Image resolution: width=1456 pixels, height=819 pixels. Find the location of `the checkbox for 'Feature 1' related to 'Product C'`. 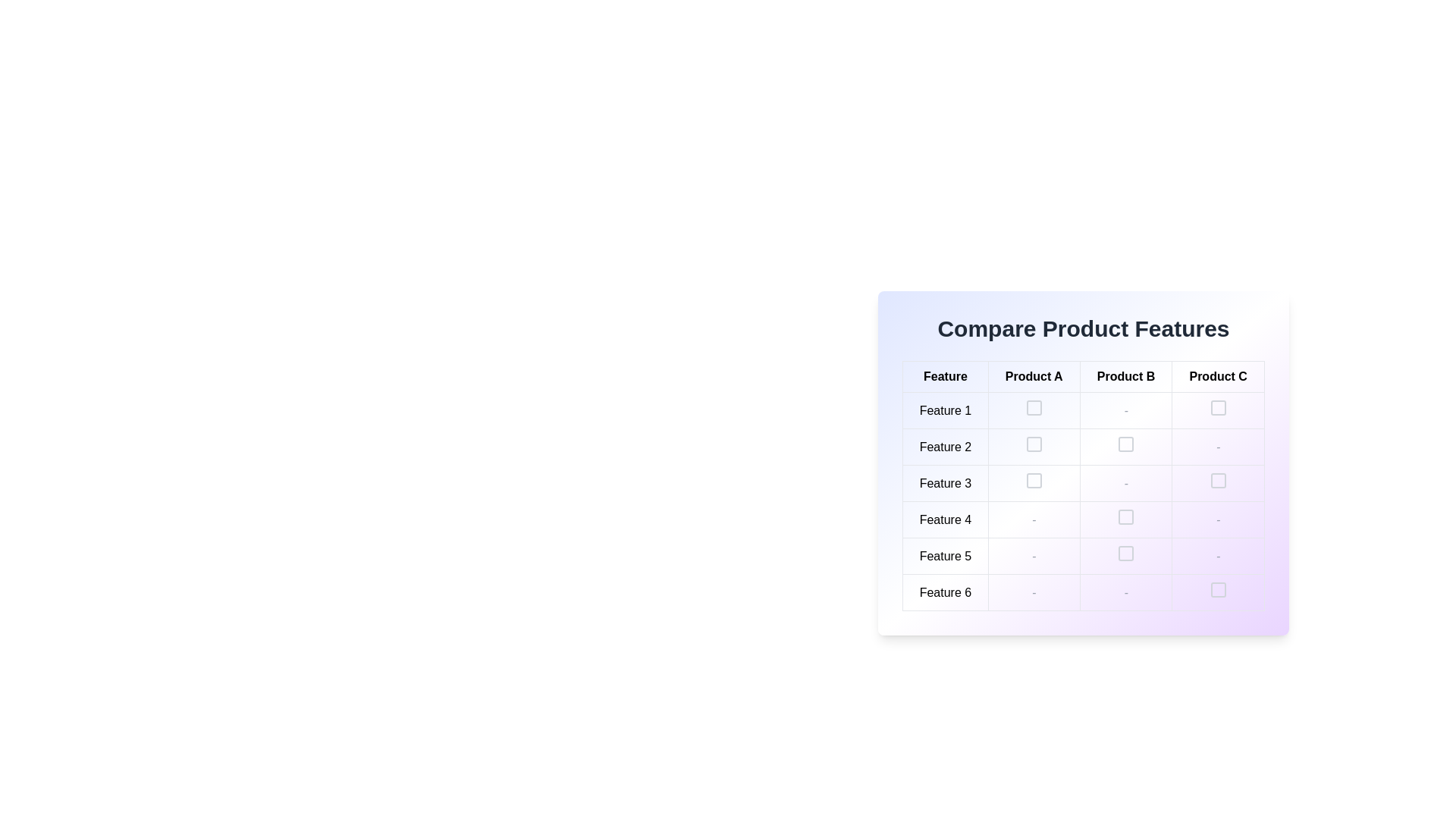

the checkbox for 'Feature 1' related to 'Product C' is located at coordinates (1218, 410).